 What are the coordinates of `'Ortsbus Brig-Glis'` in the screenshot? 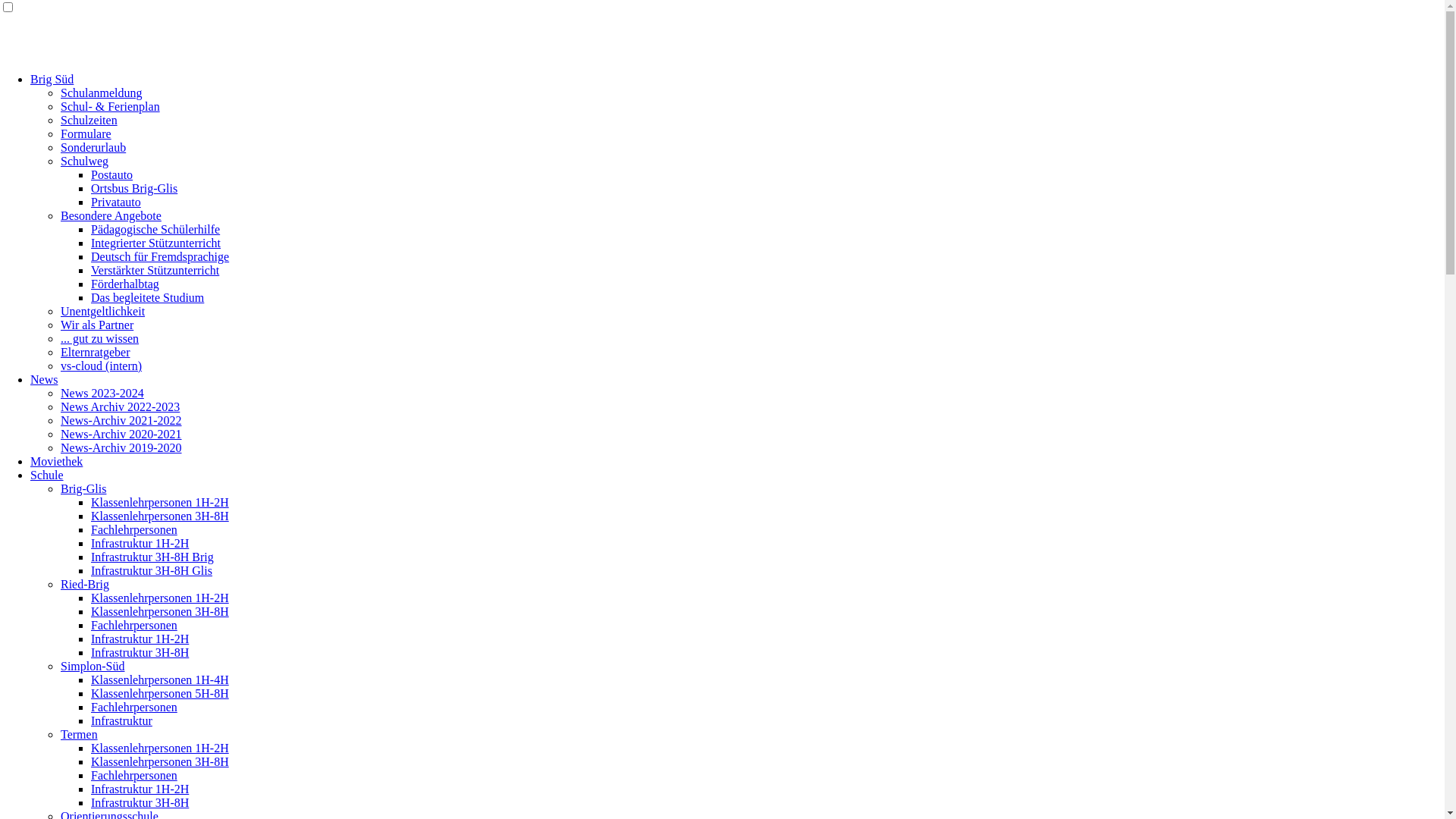 It's located at (90, 187).